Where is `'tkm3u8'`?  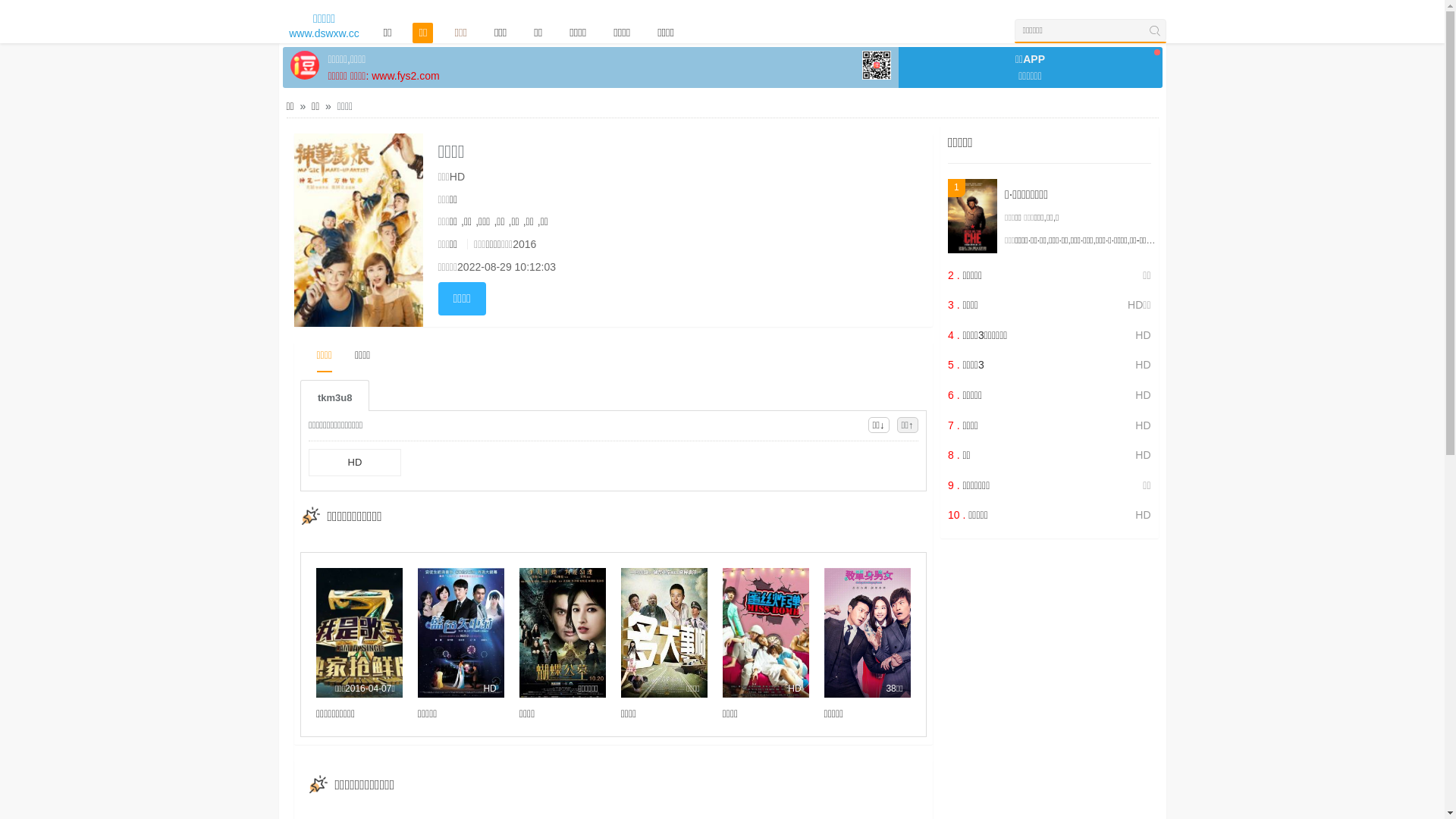 'tkm3u8' is located at coordinates (300, 394).